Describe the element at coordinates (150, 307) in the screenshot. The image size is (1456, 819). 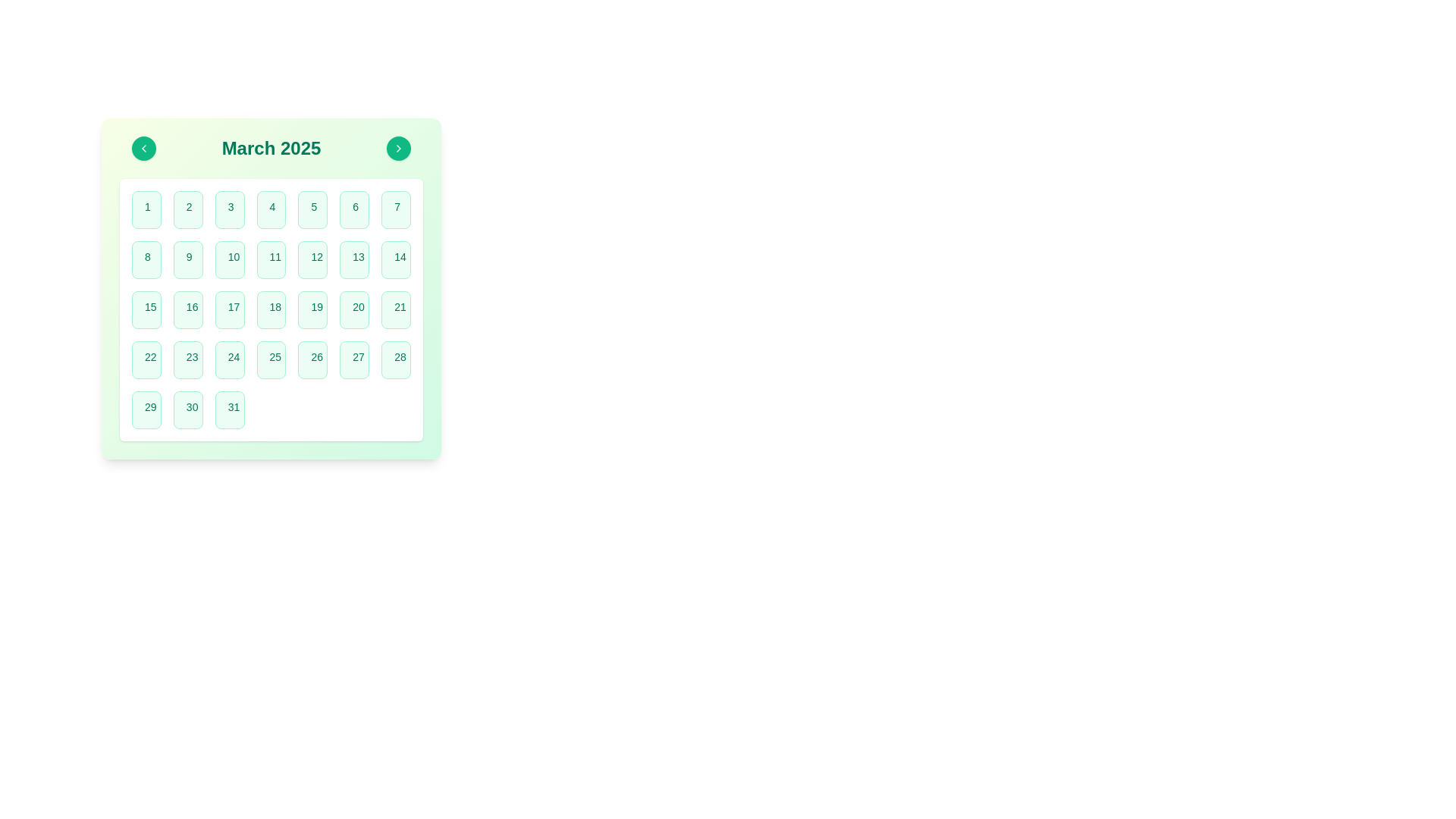
I see `the date displayed in the text label representing the 15th of the month, located in the lower-left part of the calendar grid in the third row and second column of the date cells` at that location.